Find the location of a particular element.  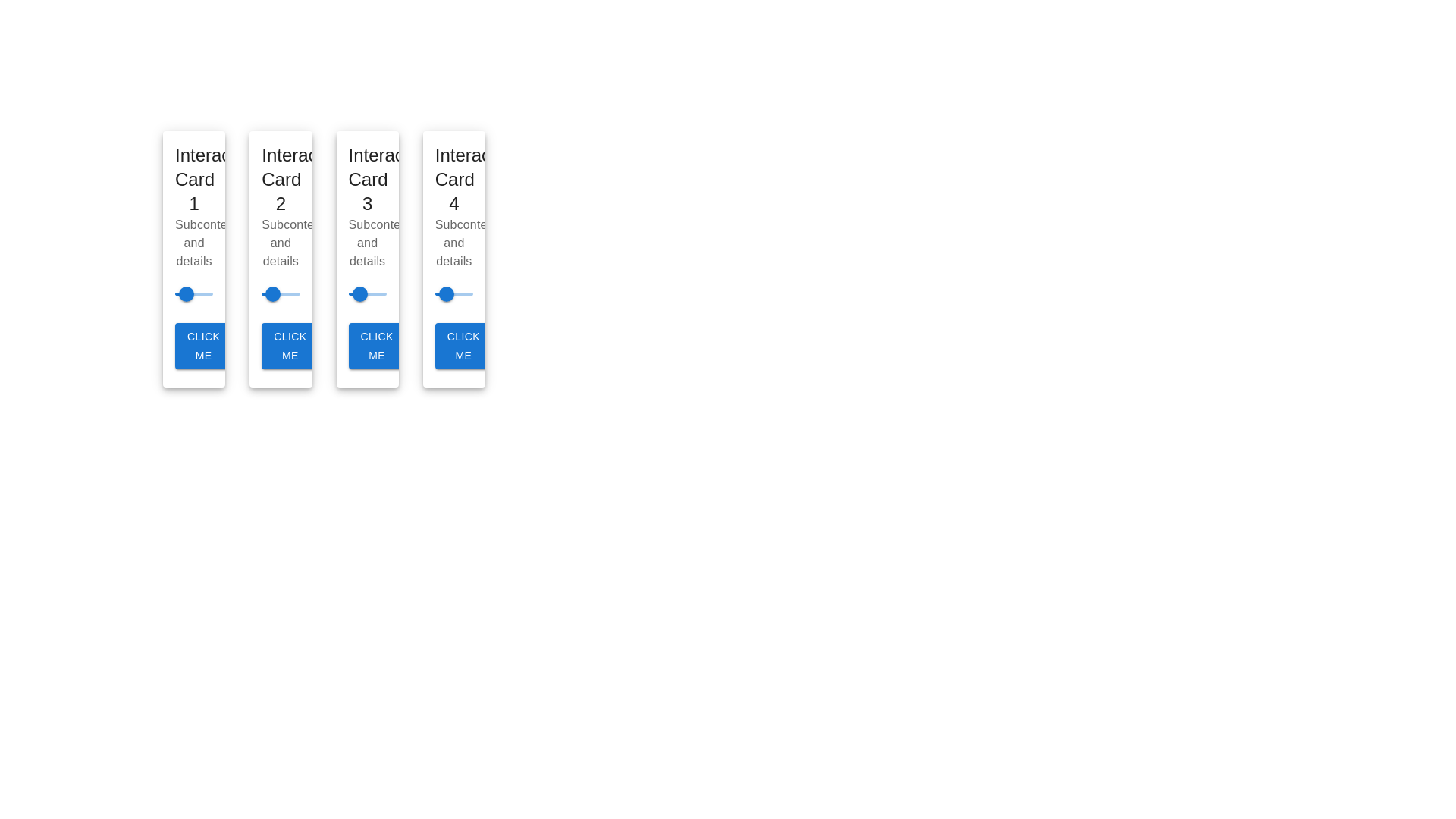

the 'Click Me' button located at the bottom of 'Interactive Card 2' is located at coordinates (290, 346).